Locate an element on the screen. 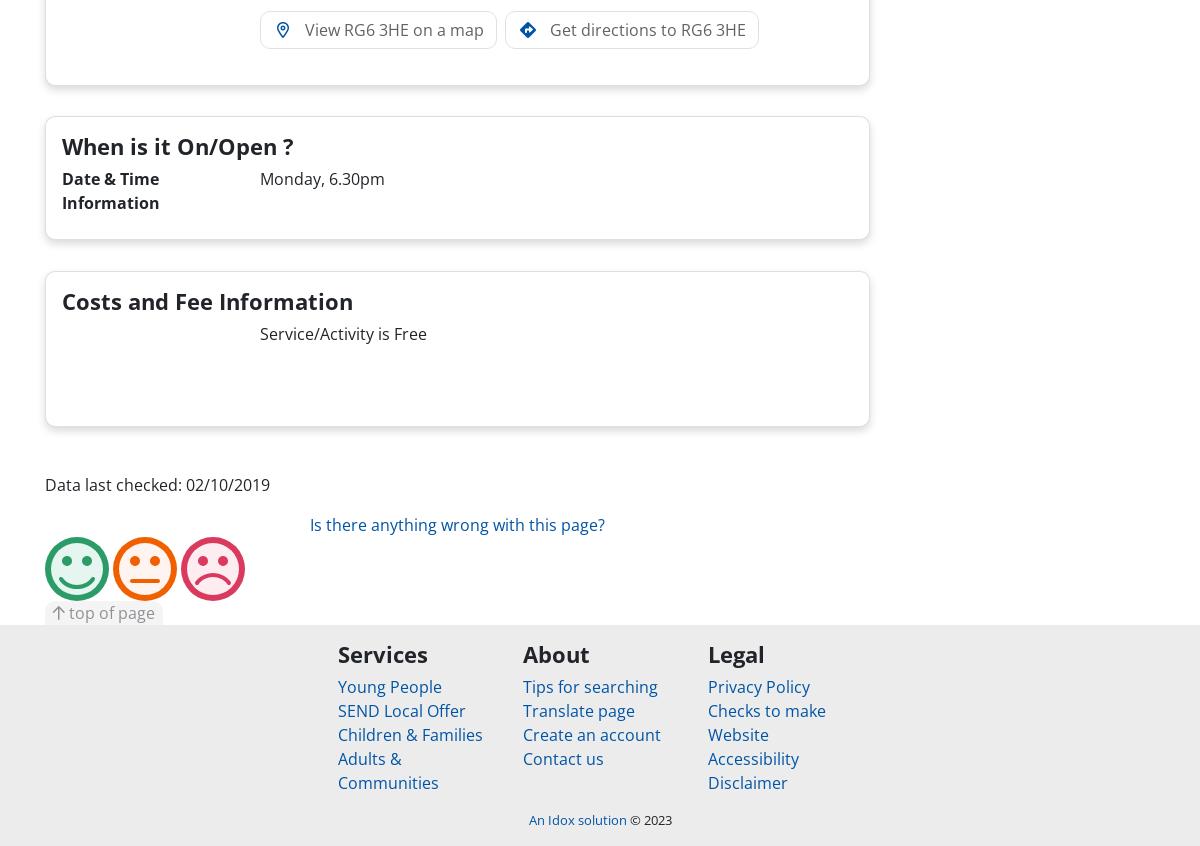  'Get directions' is located at coordinates (602, 29).